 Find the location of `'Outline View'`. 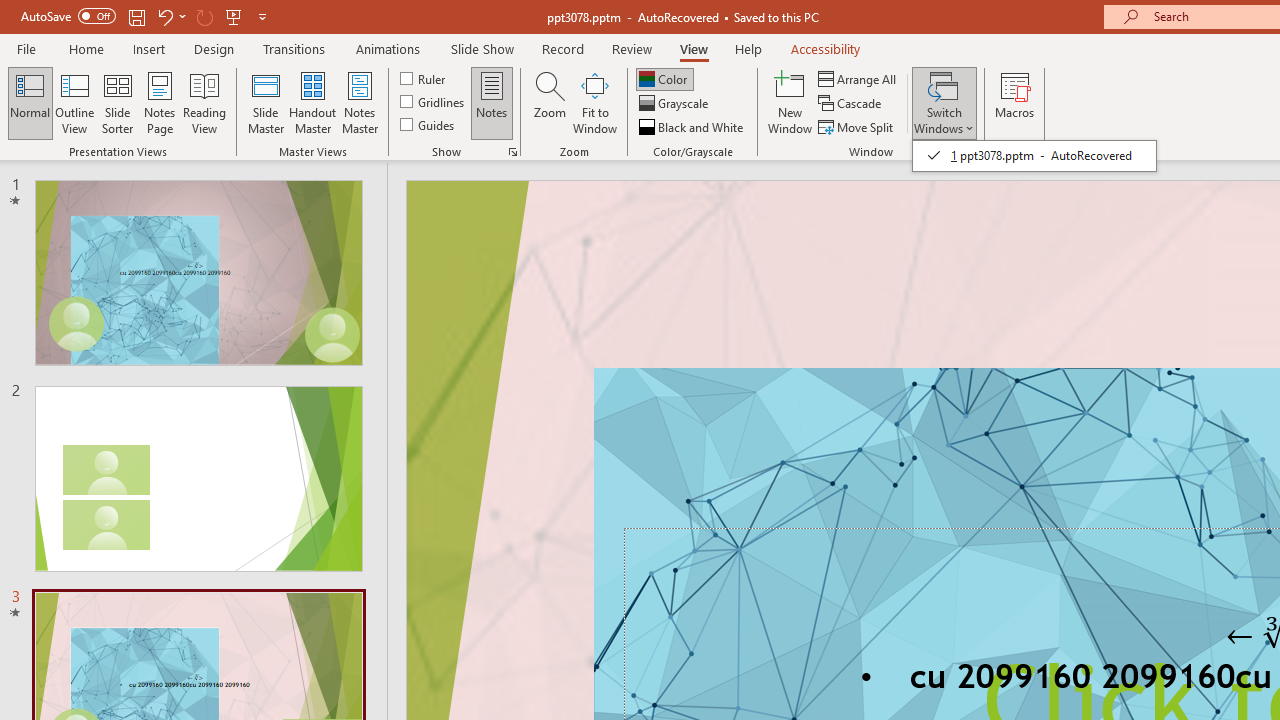

'Outline View' is located at coordinates (74, 103).